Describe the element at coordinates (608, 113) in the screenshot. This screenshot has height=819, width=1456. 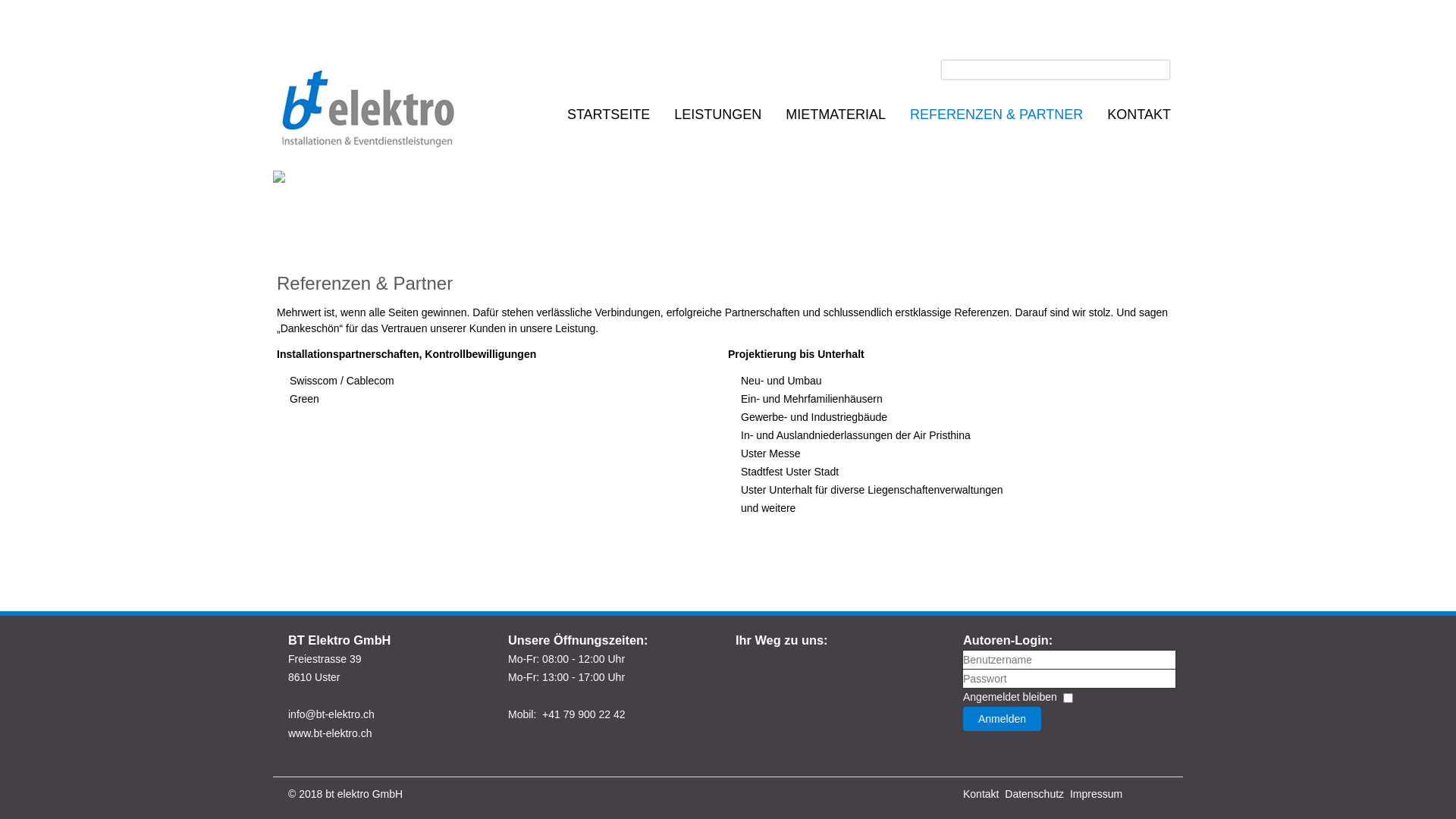
I see `'STARTSEITE'` at that location.